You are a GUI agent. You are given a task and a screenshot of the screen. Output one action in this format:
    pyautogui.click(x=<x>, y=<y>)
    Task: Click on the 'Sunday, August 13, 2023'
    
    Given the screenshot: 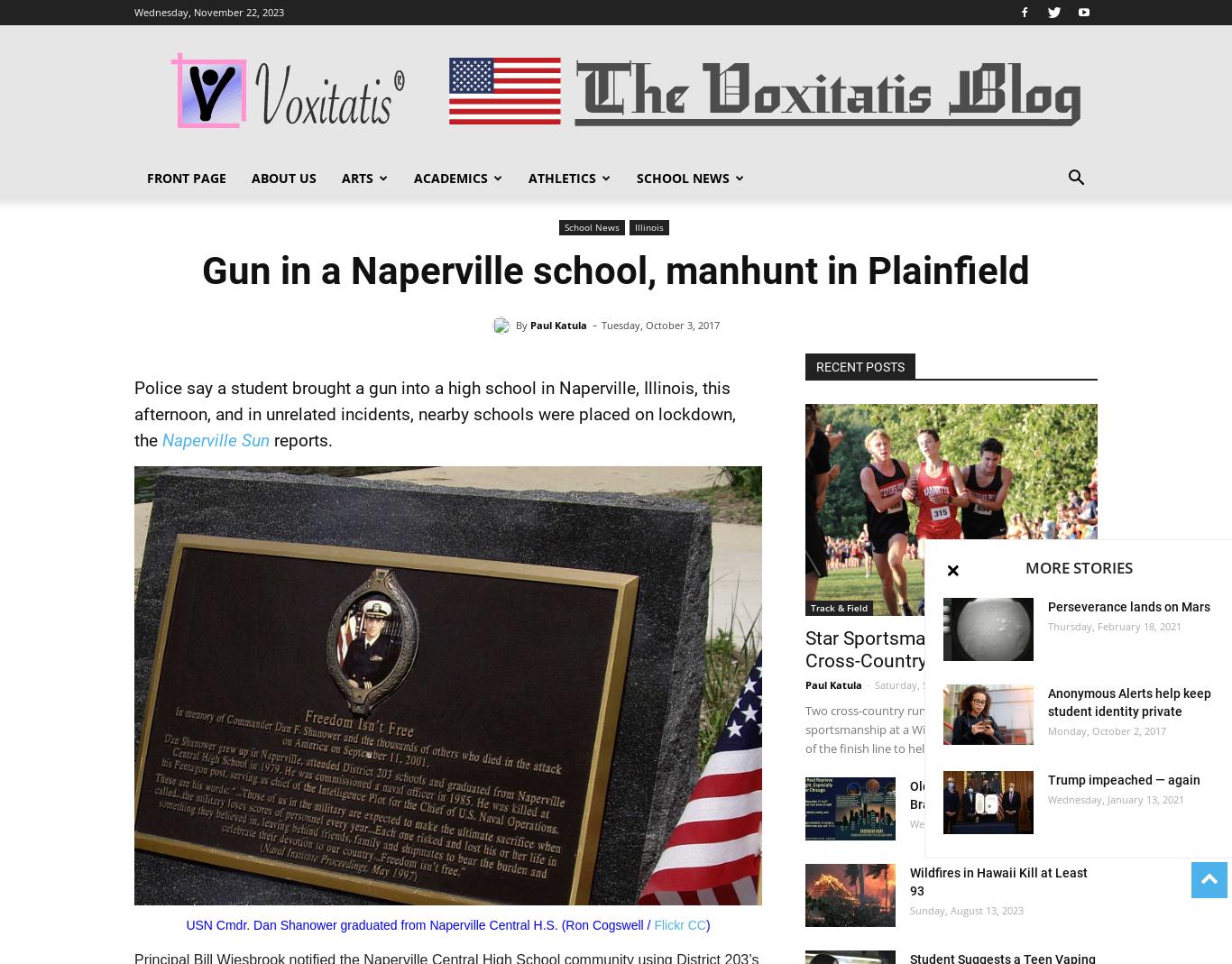 What is the action you would take?
    pyautogui.click(x=966, y=910)
    